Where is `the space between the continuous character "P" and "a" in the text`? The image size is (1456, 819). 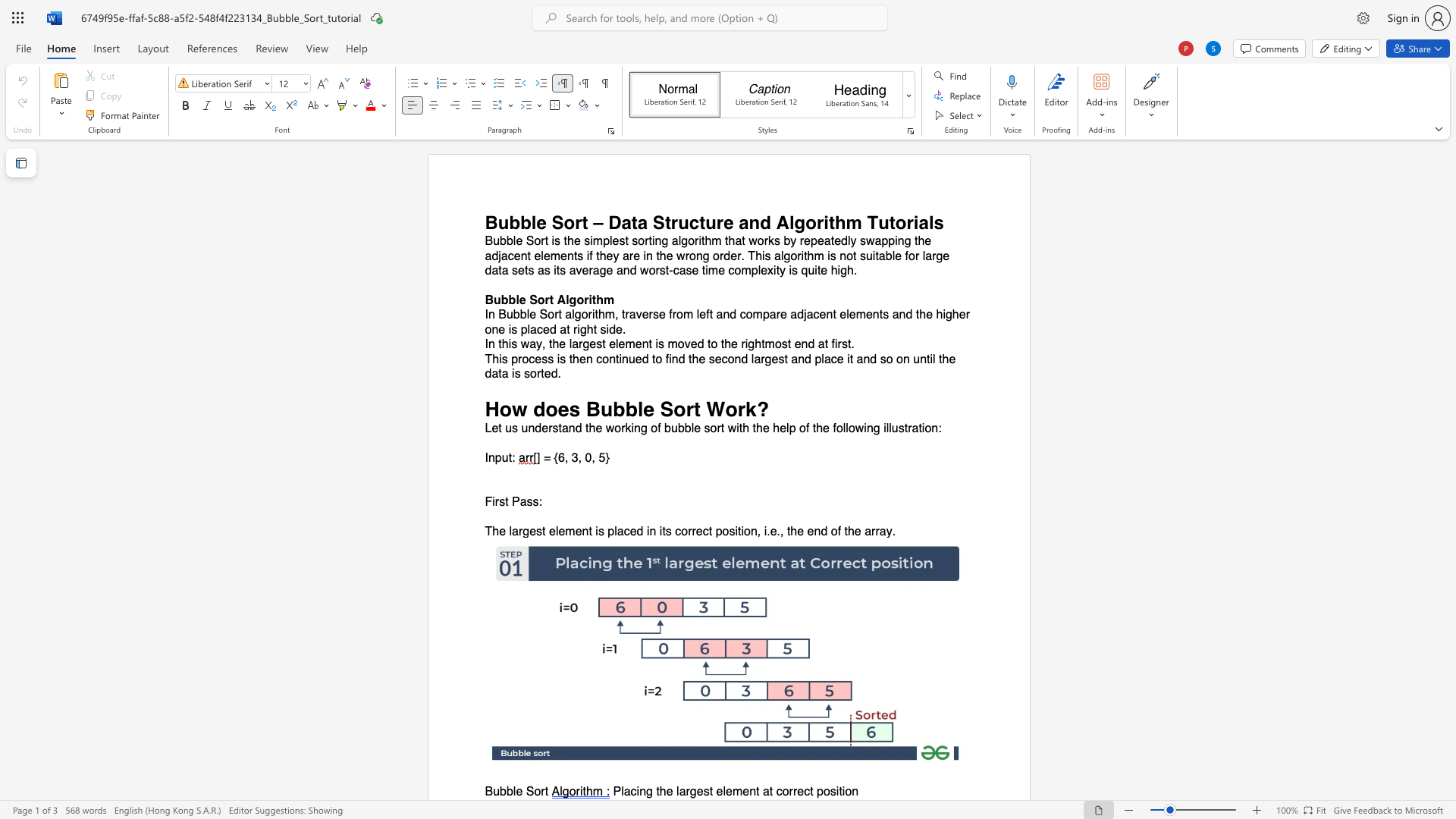 the space between the continuous character "P" and "a" in the text is located at coordinates (519, 502).